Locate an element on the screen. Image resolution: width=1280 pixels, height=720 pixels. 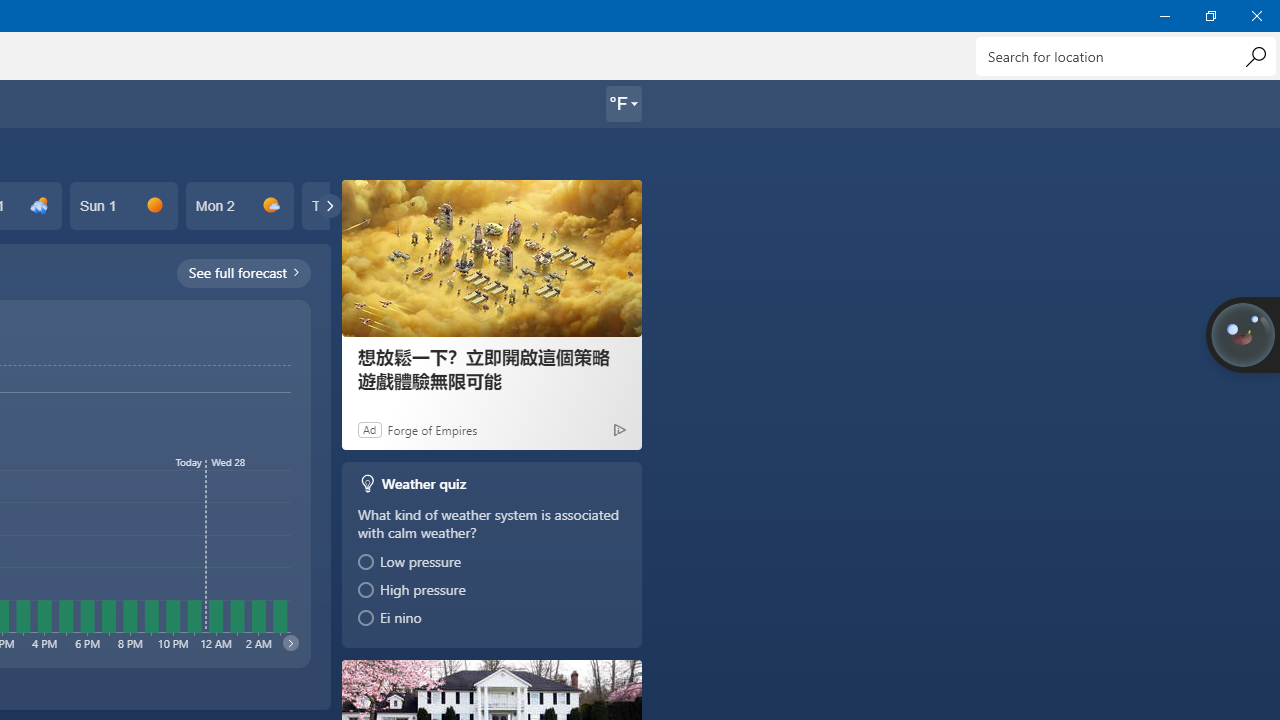
'Search for location' is located at coordinates (1125, 55).